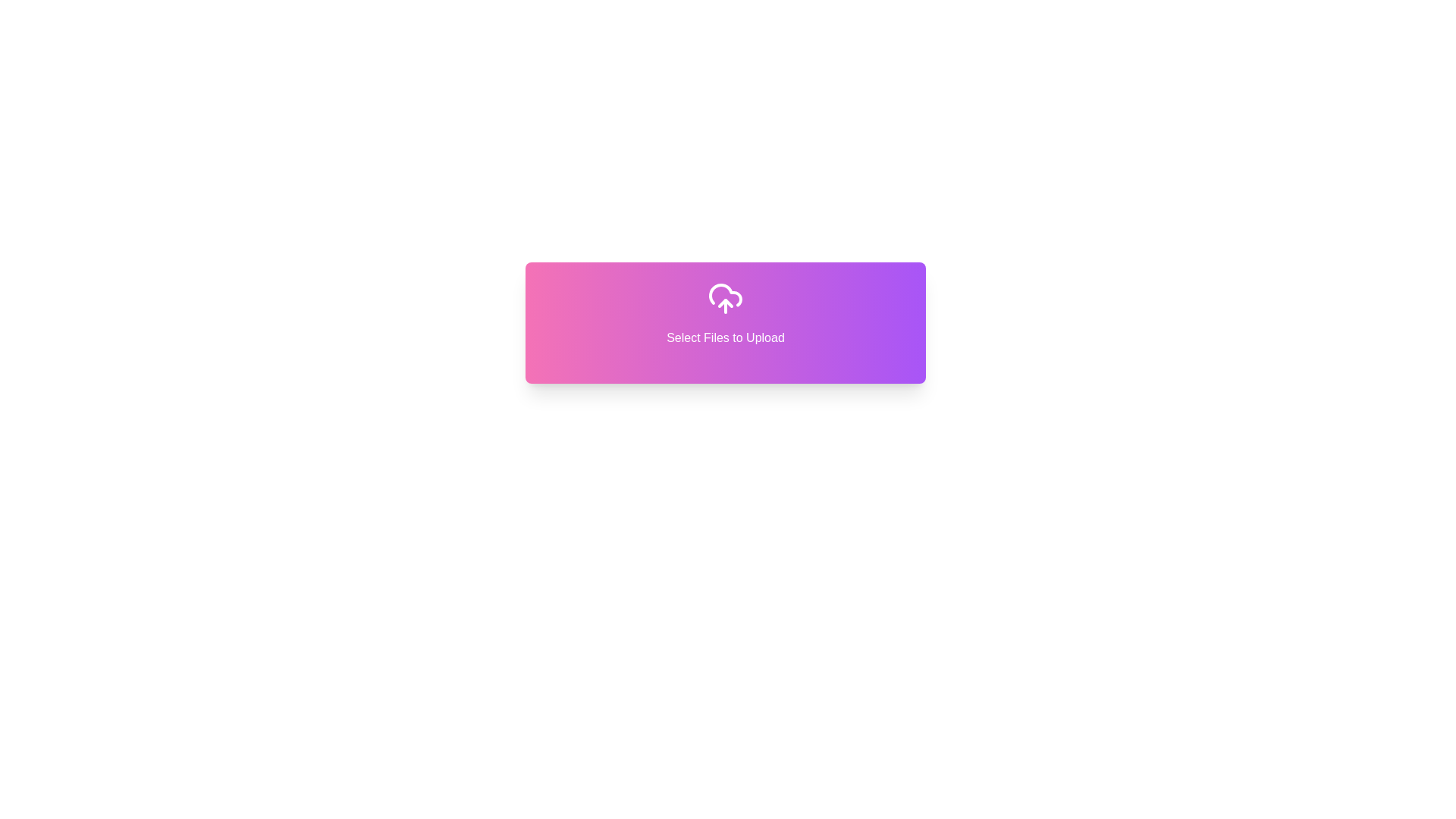 The image size is (1456, 819). I want to click on the cloud icon with an upward arrow, which is centrally located within the 'Select Files to Upload' button, to proceed with the file upload, so click(724, 298).